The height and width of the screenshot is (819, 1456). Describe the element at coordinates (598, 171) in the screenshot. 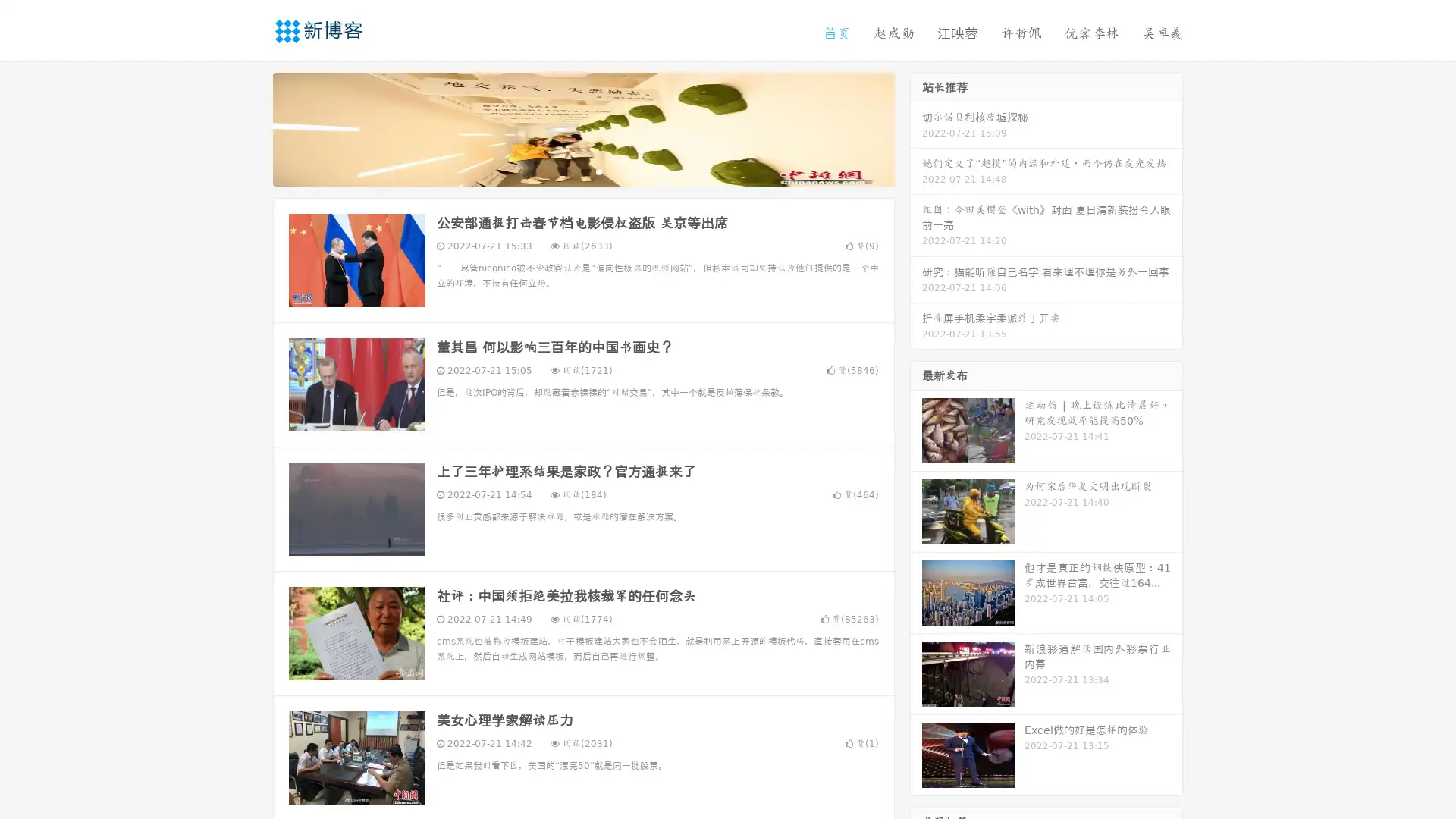

I see `Go to slide 3` at that location.